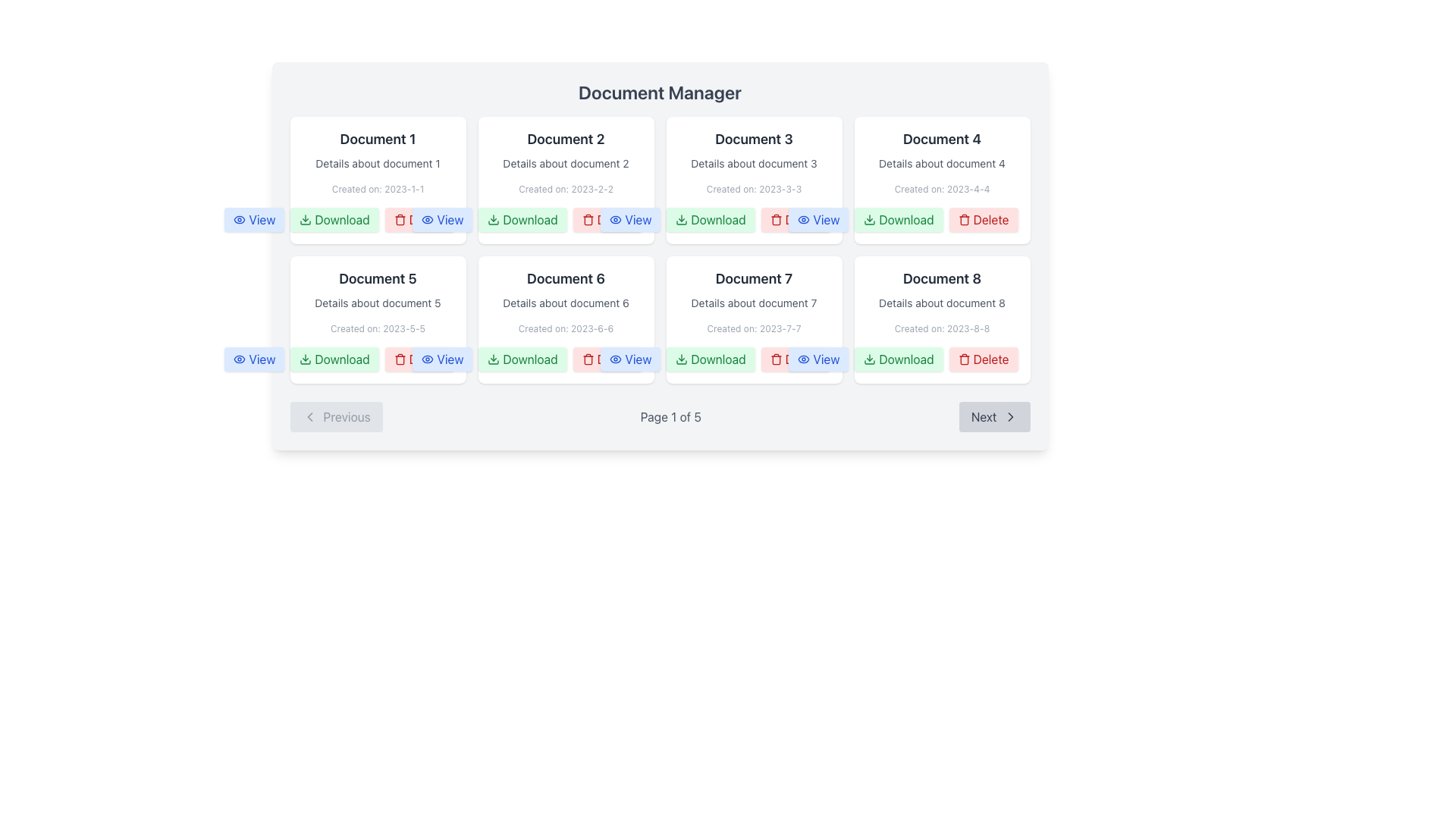  I want to click on the text label indicating the current position within the pagination structure, located between the 'Previous' and 'Next' buttons at the bottom of the interface, so click(670, 417).